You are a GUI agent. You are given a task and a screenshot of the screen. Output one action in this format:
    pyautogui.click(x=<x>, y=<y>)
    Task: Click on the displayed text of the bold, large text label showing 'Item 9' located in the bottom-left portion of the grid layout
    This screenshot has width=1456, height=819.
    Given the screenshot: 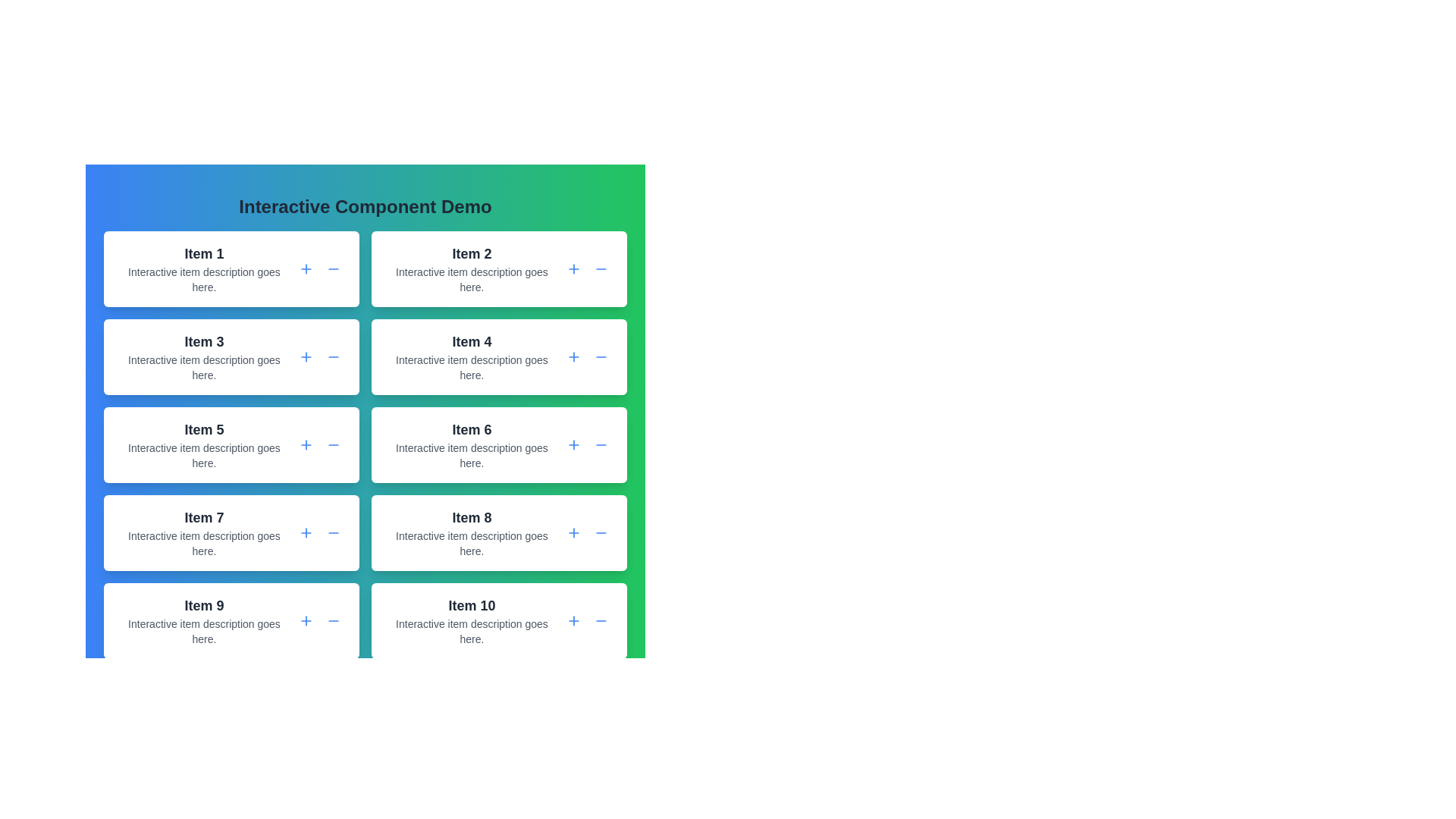 What is the action you would take?
    pyautogui.click(x=203, y=604)
    